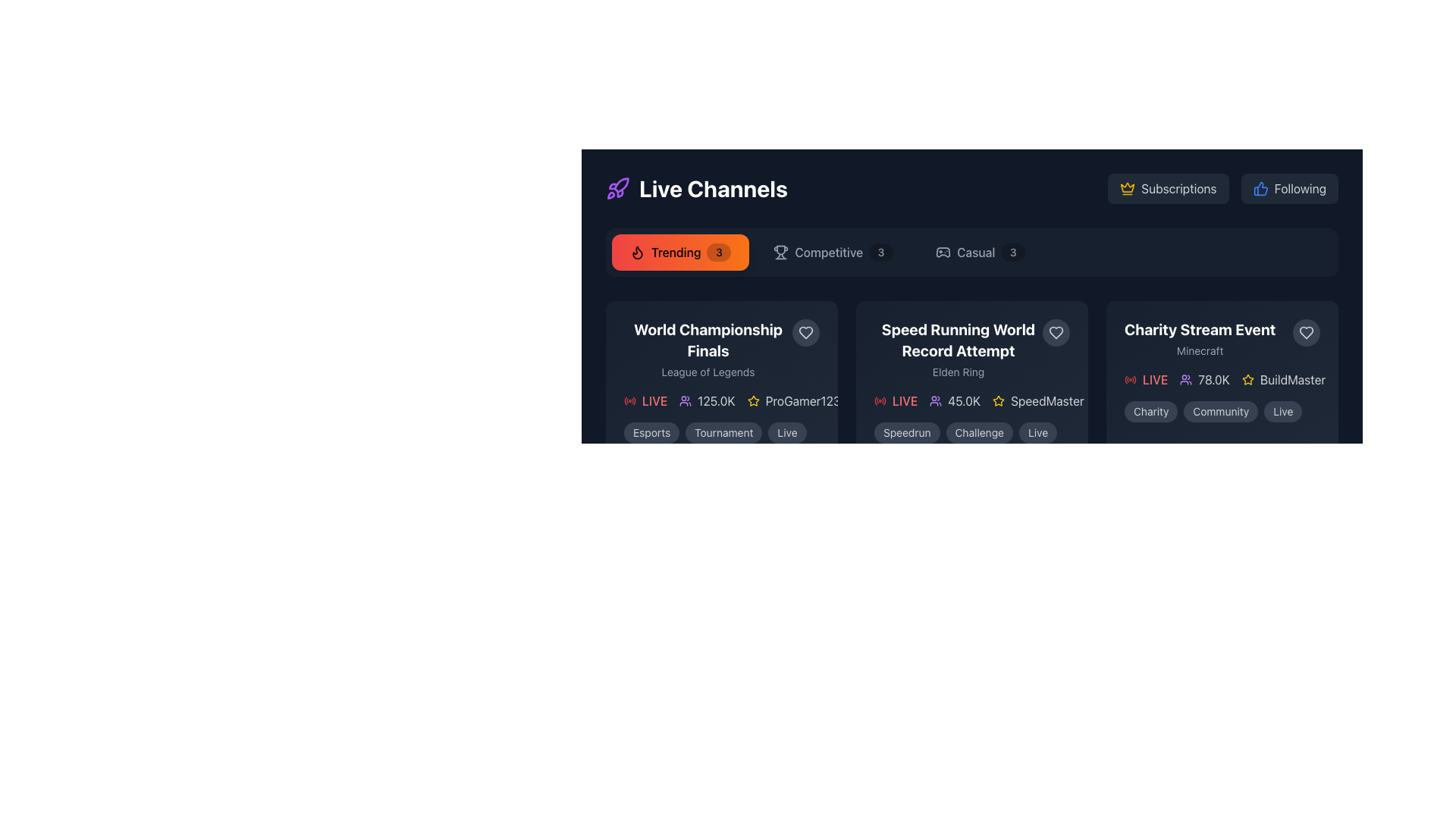 Image resolution: width=1456 pixels, height=819 pixels. What do you see at coordinates (629, 400) in the screenshot?
I see `the red circular icon with pulsating effects indicating live status, located to the immediate left of the 'LIVE' label in the notification section` at bounding box center [629, 400].